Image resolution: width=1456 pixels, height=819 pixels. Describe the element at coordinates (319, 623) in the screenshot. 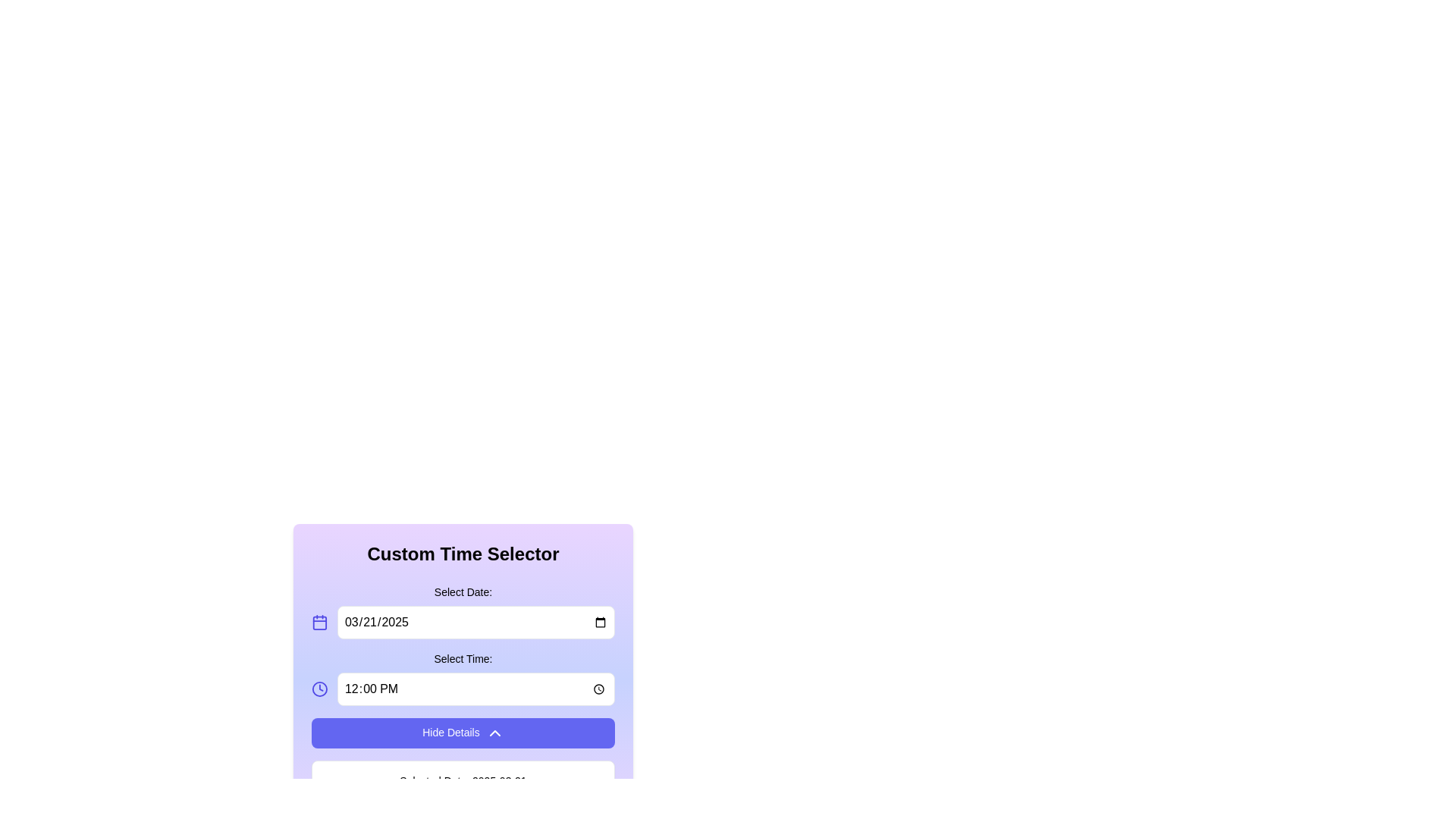

I see `the background rectangle of the calendar icon, which serves as the base for the icon and is positioned to the left of the 'Select Date' text field` at that location.